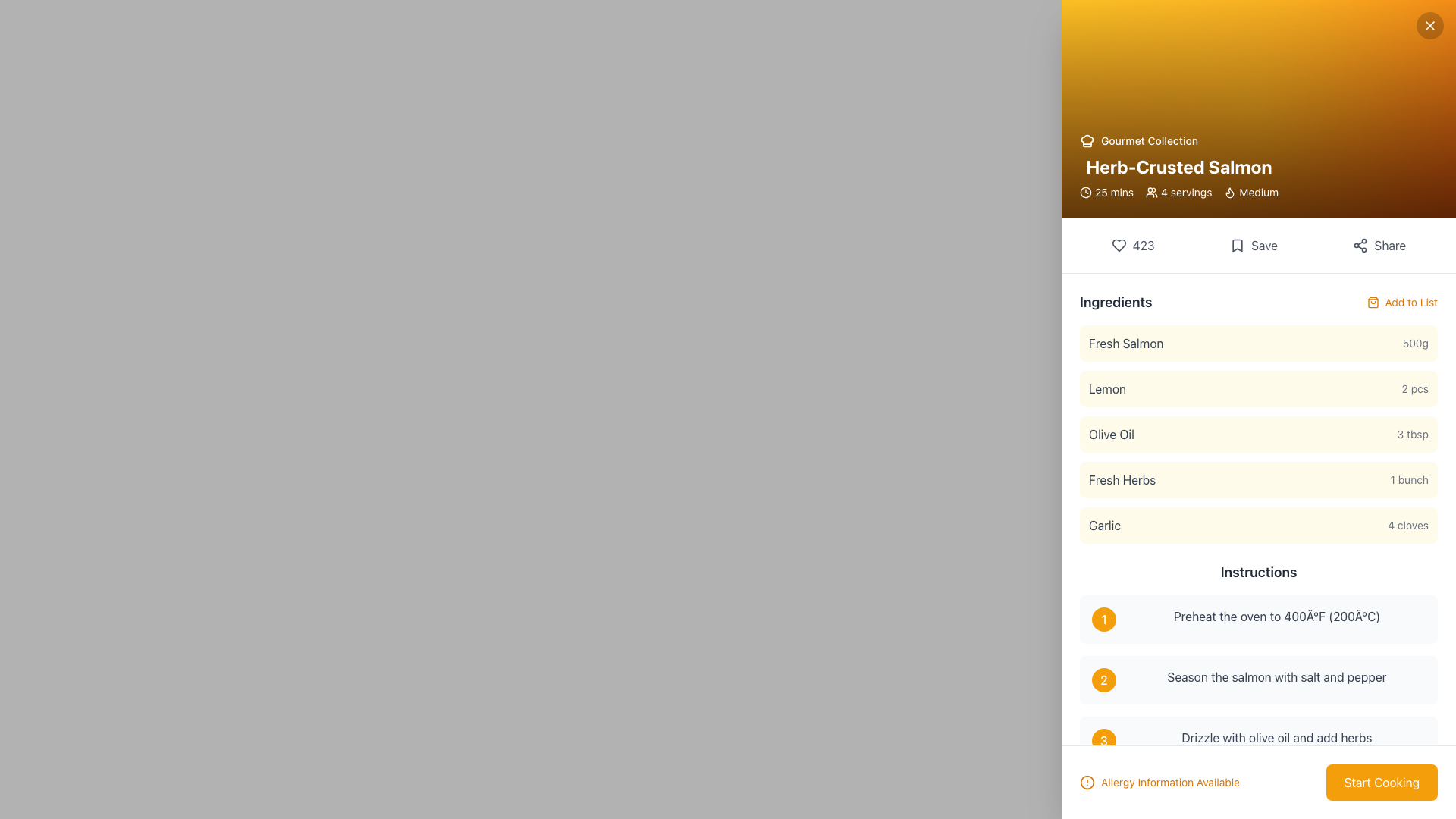 This screenshot has width=1456, height=819. What do you see at coordinates (1276, 620) in the screenshot?
I see `text in the first instruction of the cooking recipe located in the 'Instructions' section, to the right of the yellow circular icon marked with the number '1'` at bounding box center [1276, 620].